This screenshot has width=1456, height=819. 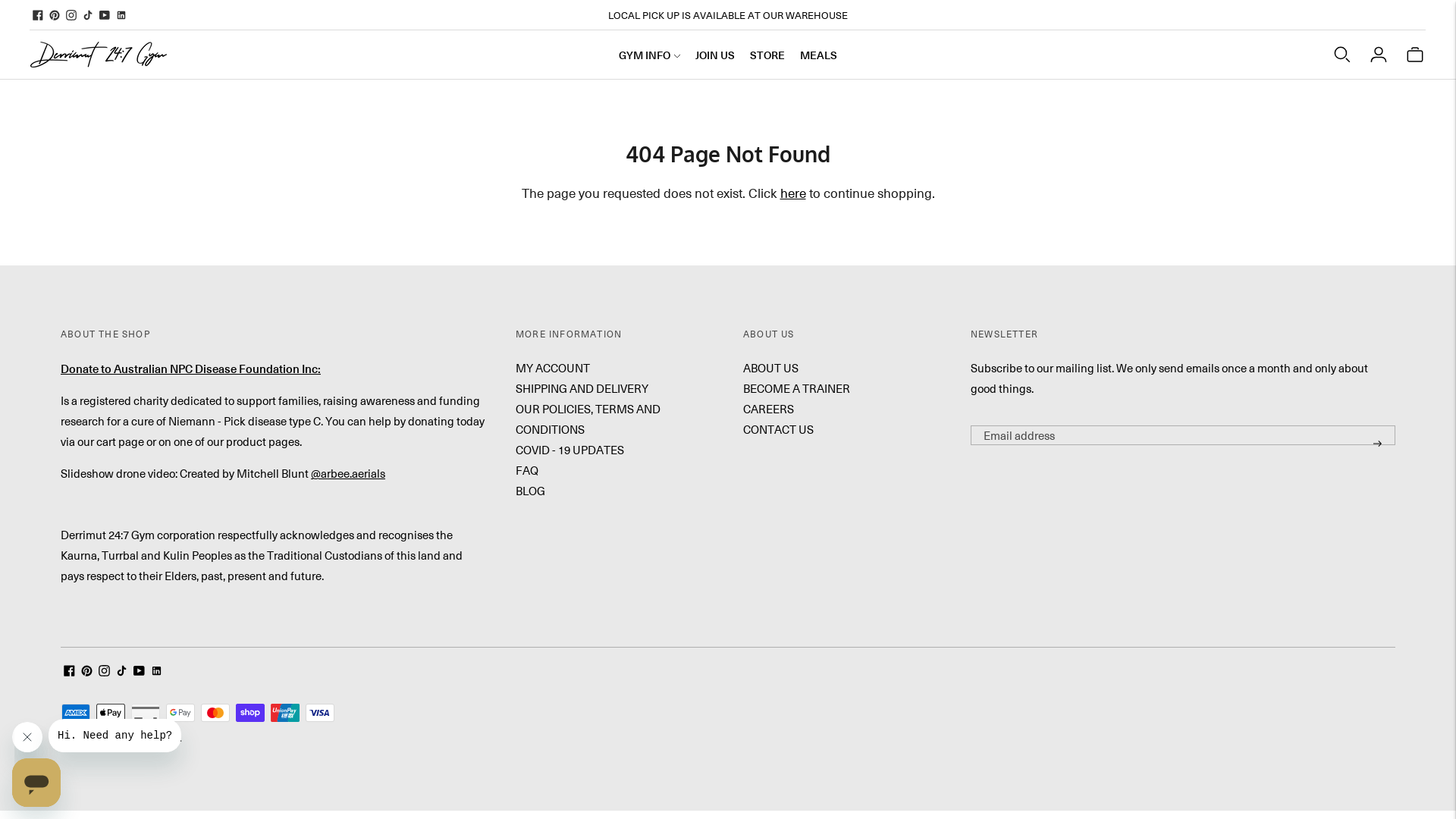 What do you see at coordinates (1377, 444) in the screenshot?
I see `'Subscribe'` at bounding box center [1377, 444].